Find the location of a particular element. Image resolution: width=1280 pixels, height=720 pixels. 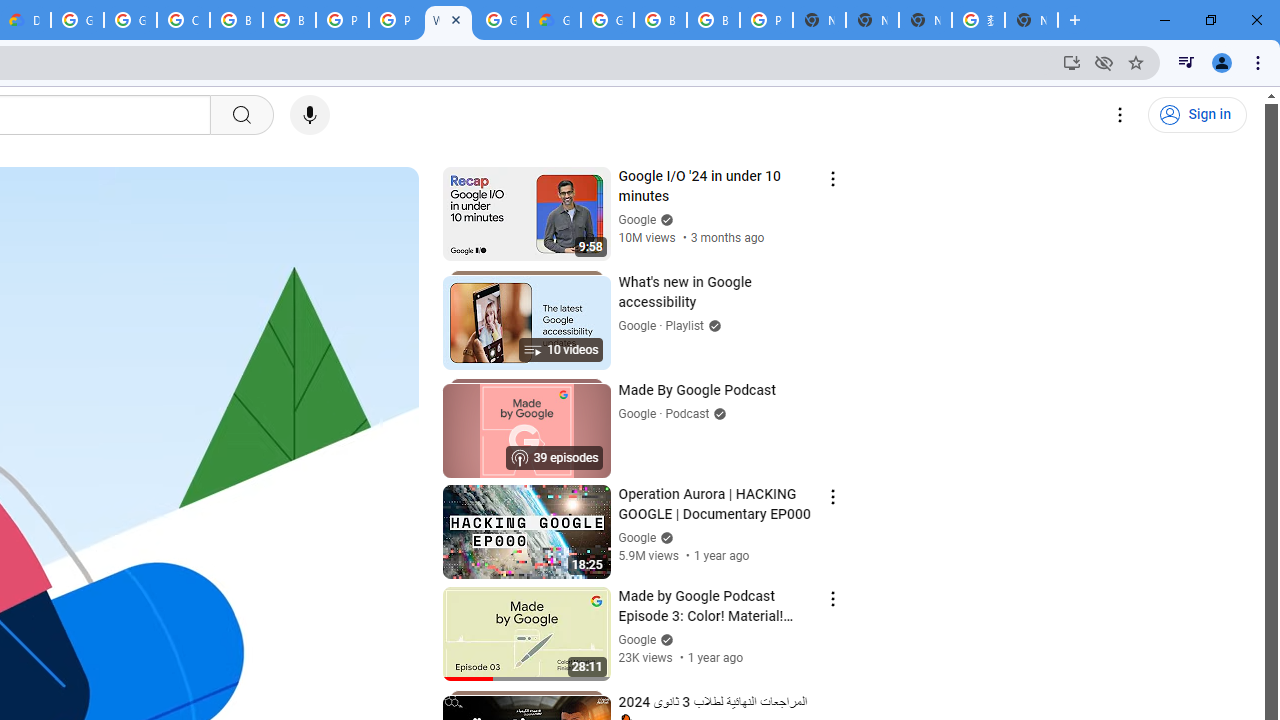

'New Tab' is located at coordinates (1031, 20).